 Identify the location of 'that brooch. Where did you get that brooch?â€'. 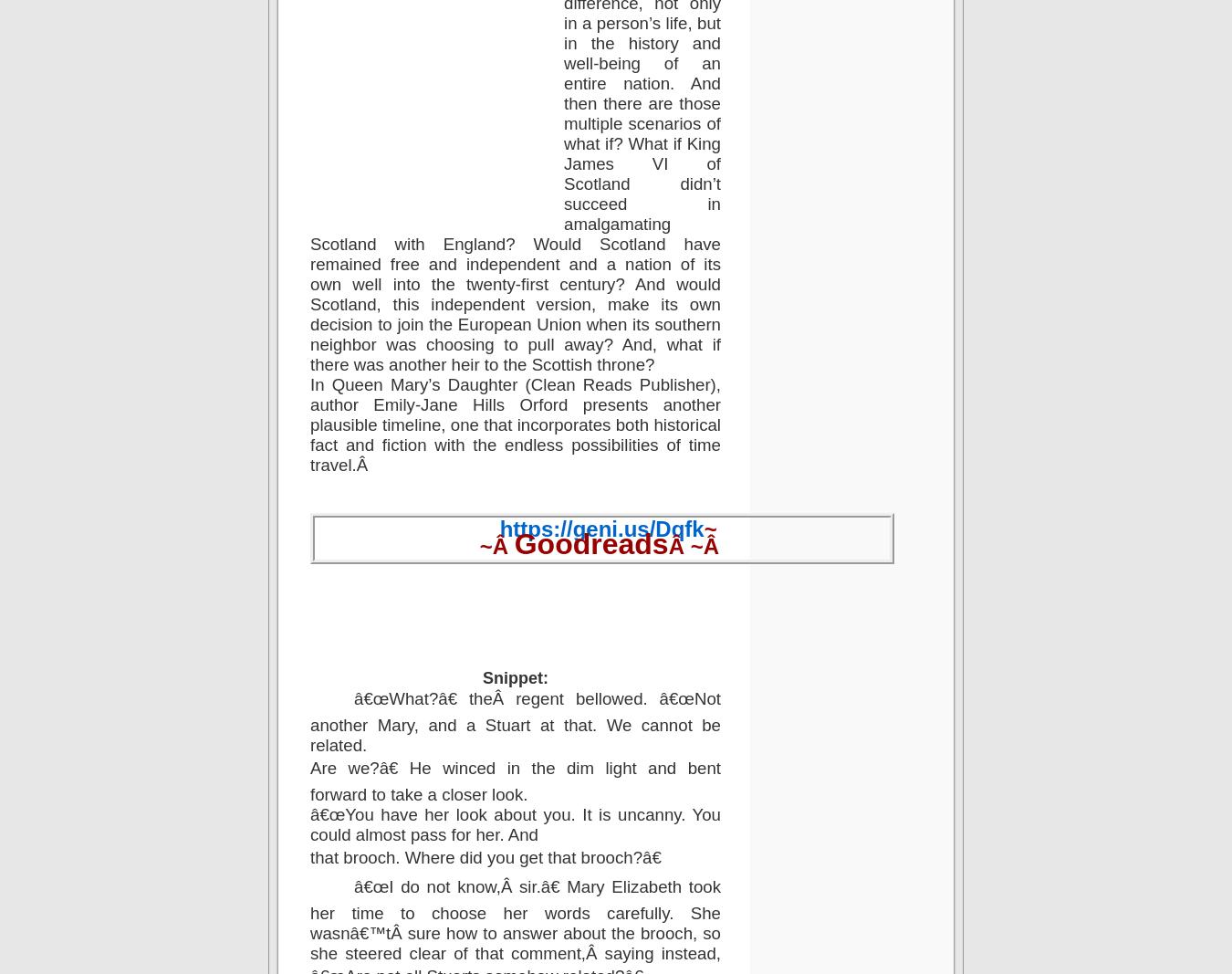
(310, 856).